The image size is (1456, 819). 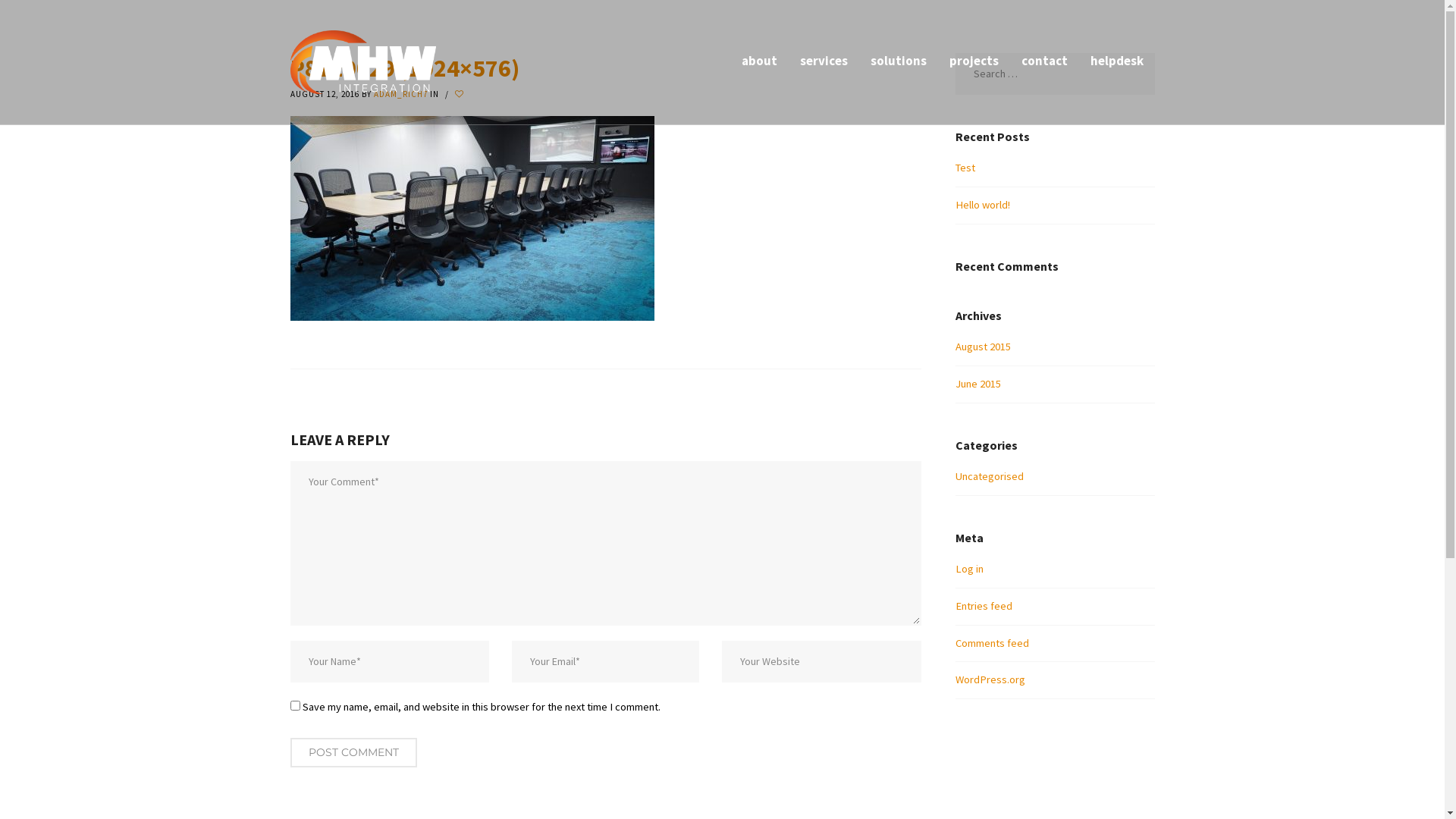 What do you see at coordinates (823, 61) in the screenshot?
I see `'services'` at bounding box center [823, 61].